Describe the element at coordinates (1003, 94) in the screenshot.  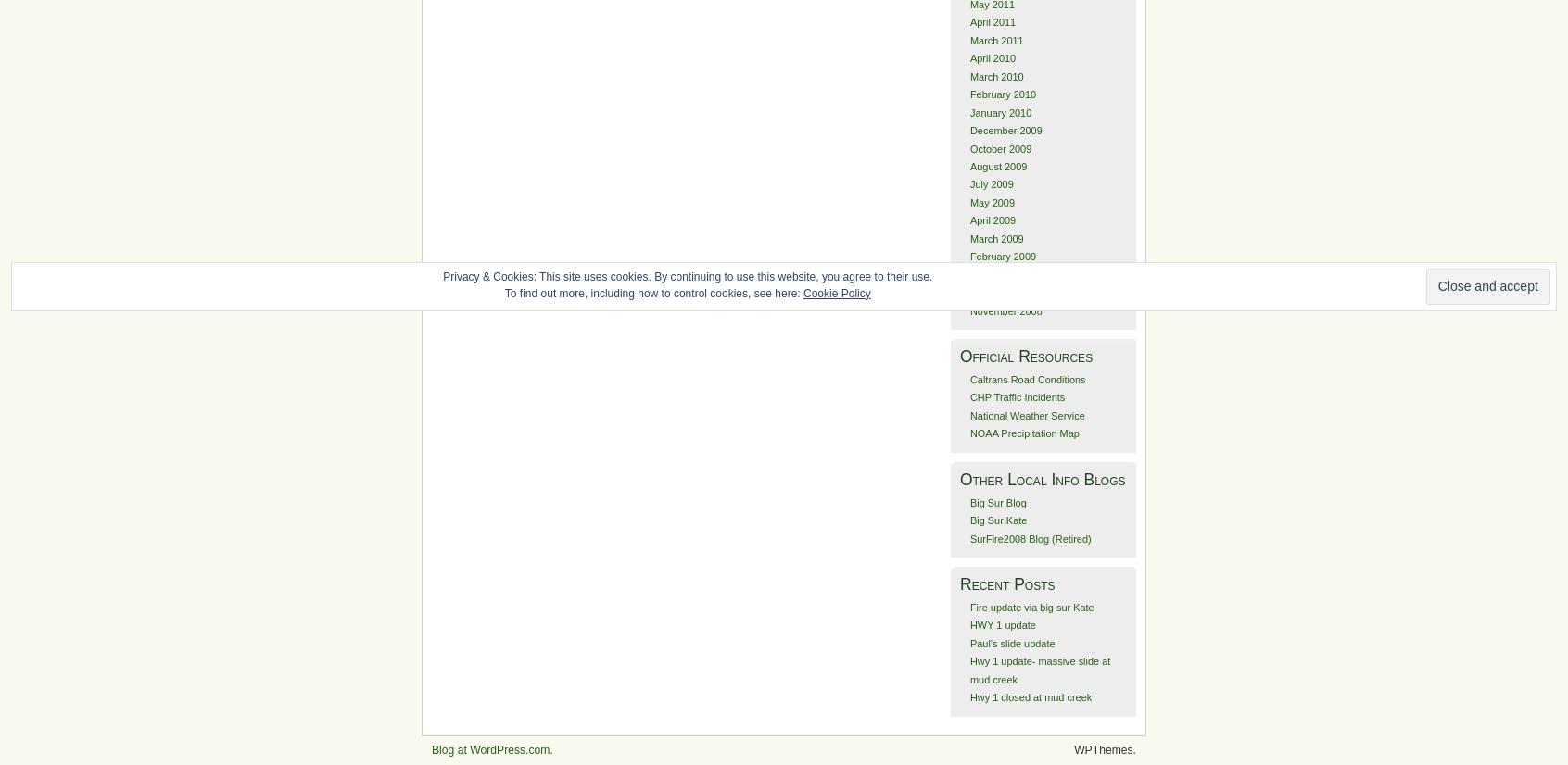
I see `'February 2010'` at that location.